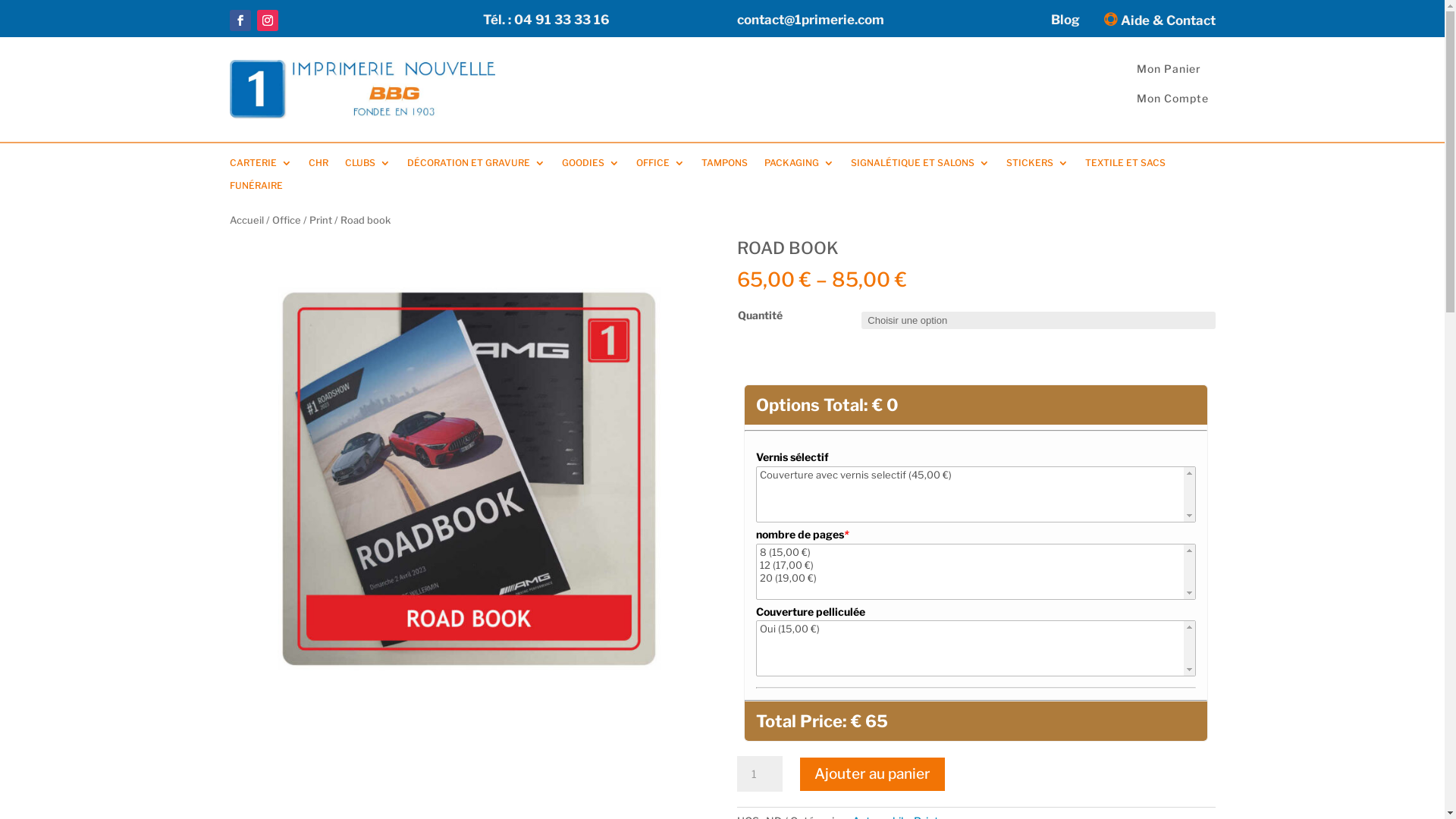  What do you see at coordinates (367, 166) in the screenshot?
I see `'CLUBS'` at bounding box center [367, 166].